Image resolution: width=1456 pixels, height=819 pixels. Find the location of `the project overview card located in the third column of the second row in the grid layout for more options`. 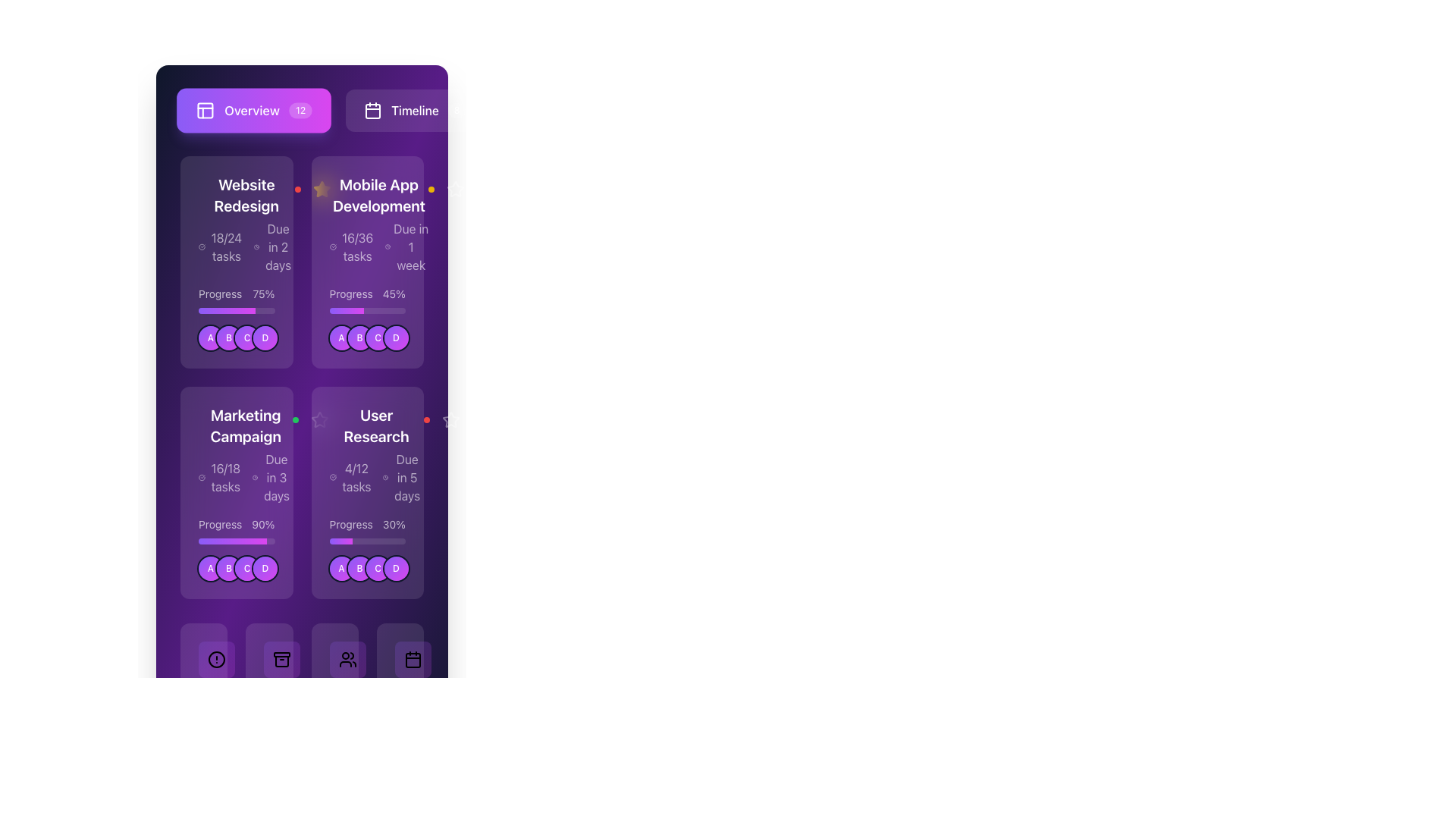

the project overview card located in the third column of the second row in the grid layout for more options is located at coordinates (367, 454).